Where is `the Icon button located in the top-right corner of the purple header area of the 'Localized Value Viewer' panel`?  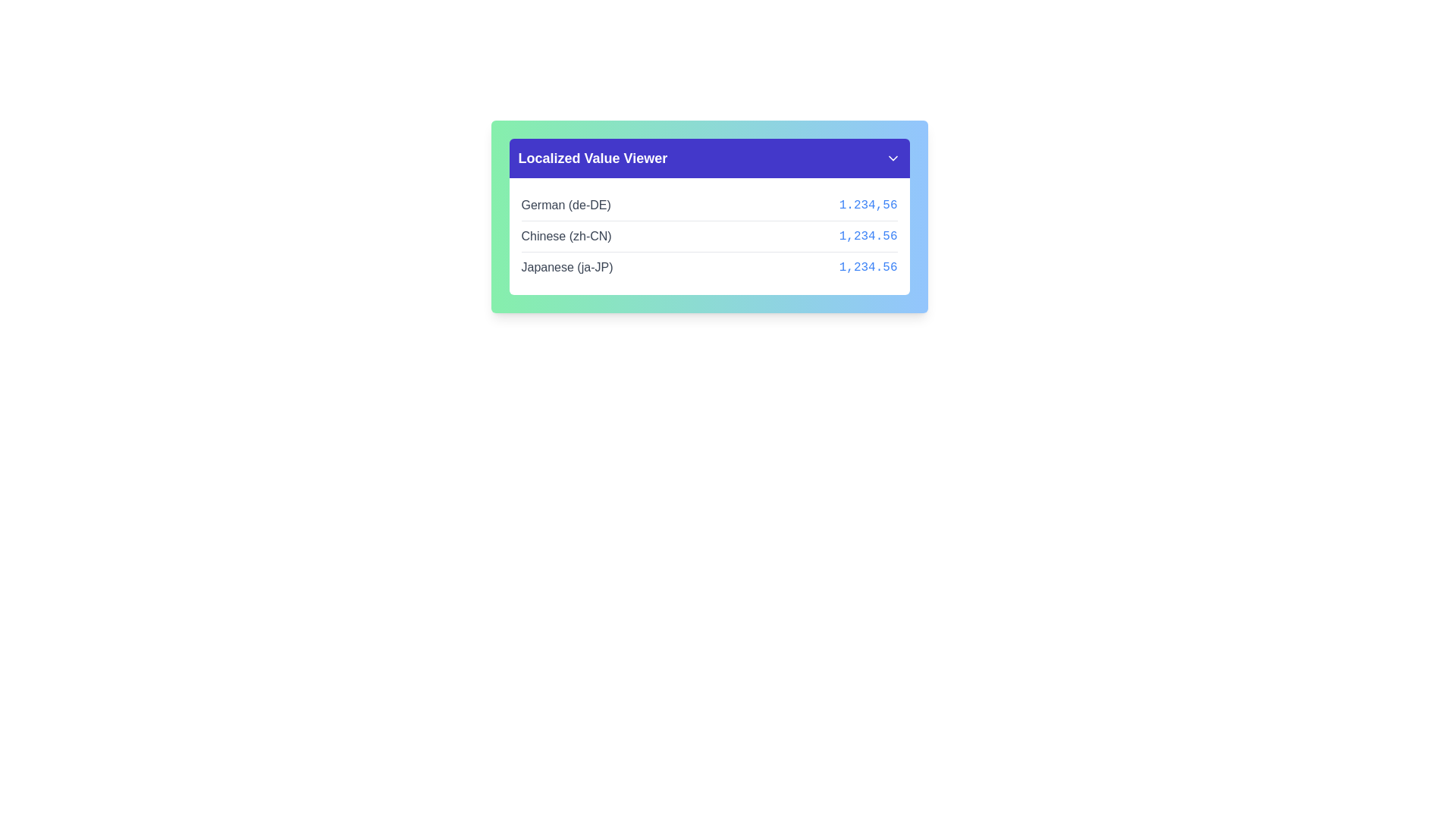
the Icon button located in the top-right corner of the purple header area of the 'Localized Value Viewer' panel is located at coordinates (893, 158).